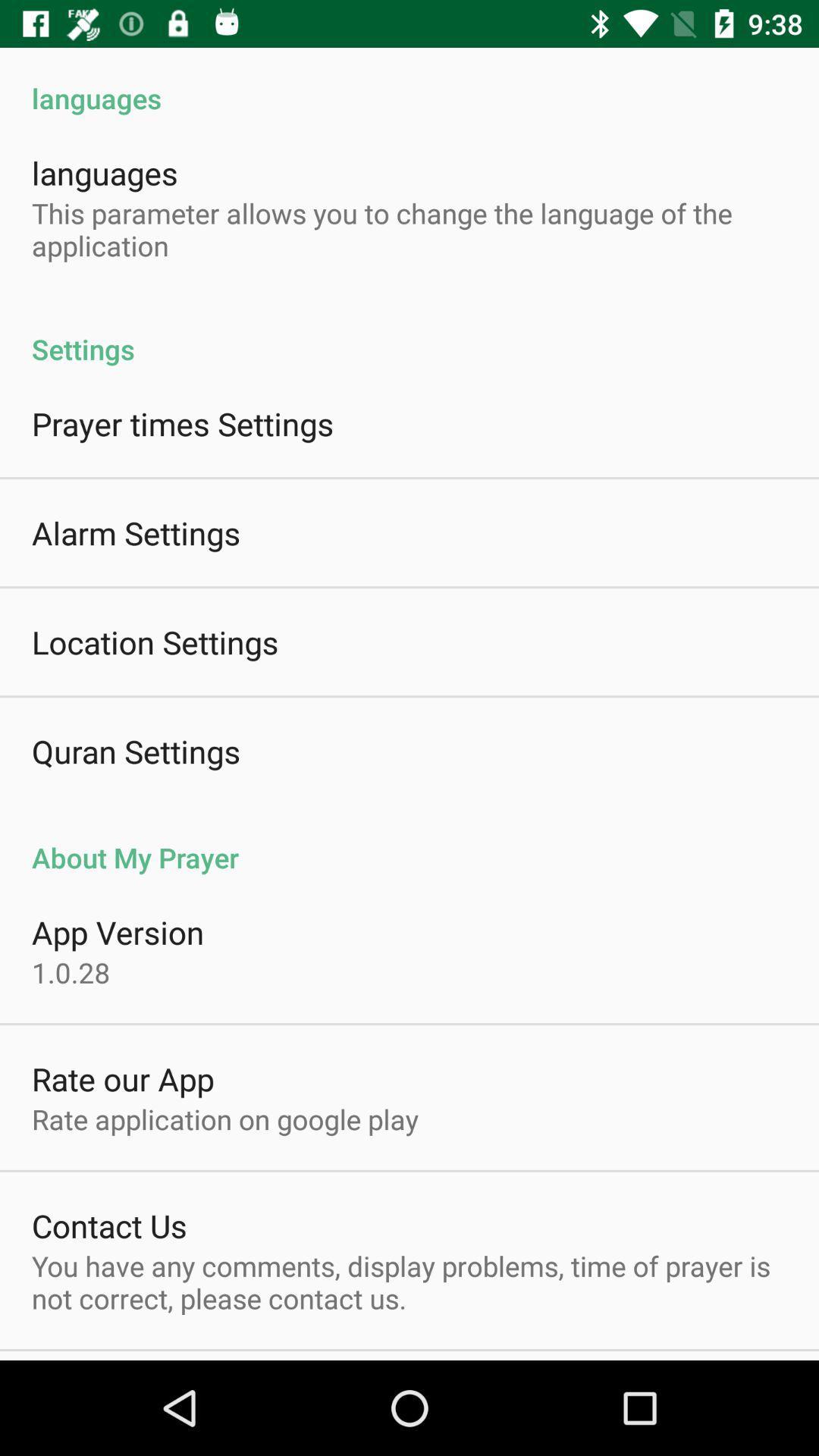 This screenshot has width=819, height=1456. What do you see at coordinates (135, 751) in the screenshot?
I see `the item above the about my prayer icon` at bounding box center [135, 751].